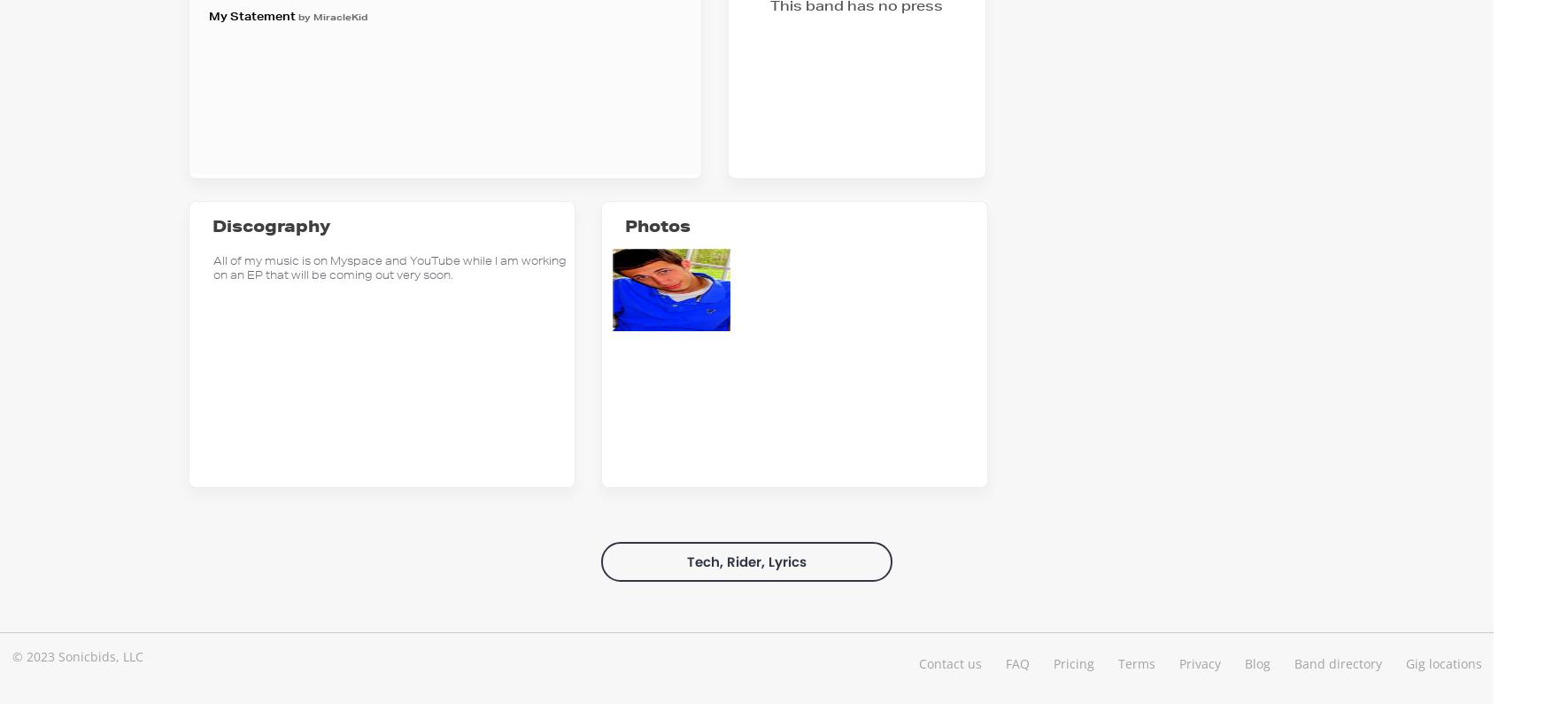  I want to click on 'Privacy', so click(1178, 661).